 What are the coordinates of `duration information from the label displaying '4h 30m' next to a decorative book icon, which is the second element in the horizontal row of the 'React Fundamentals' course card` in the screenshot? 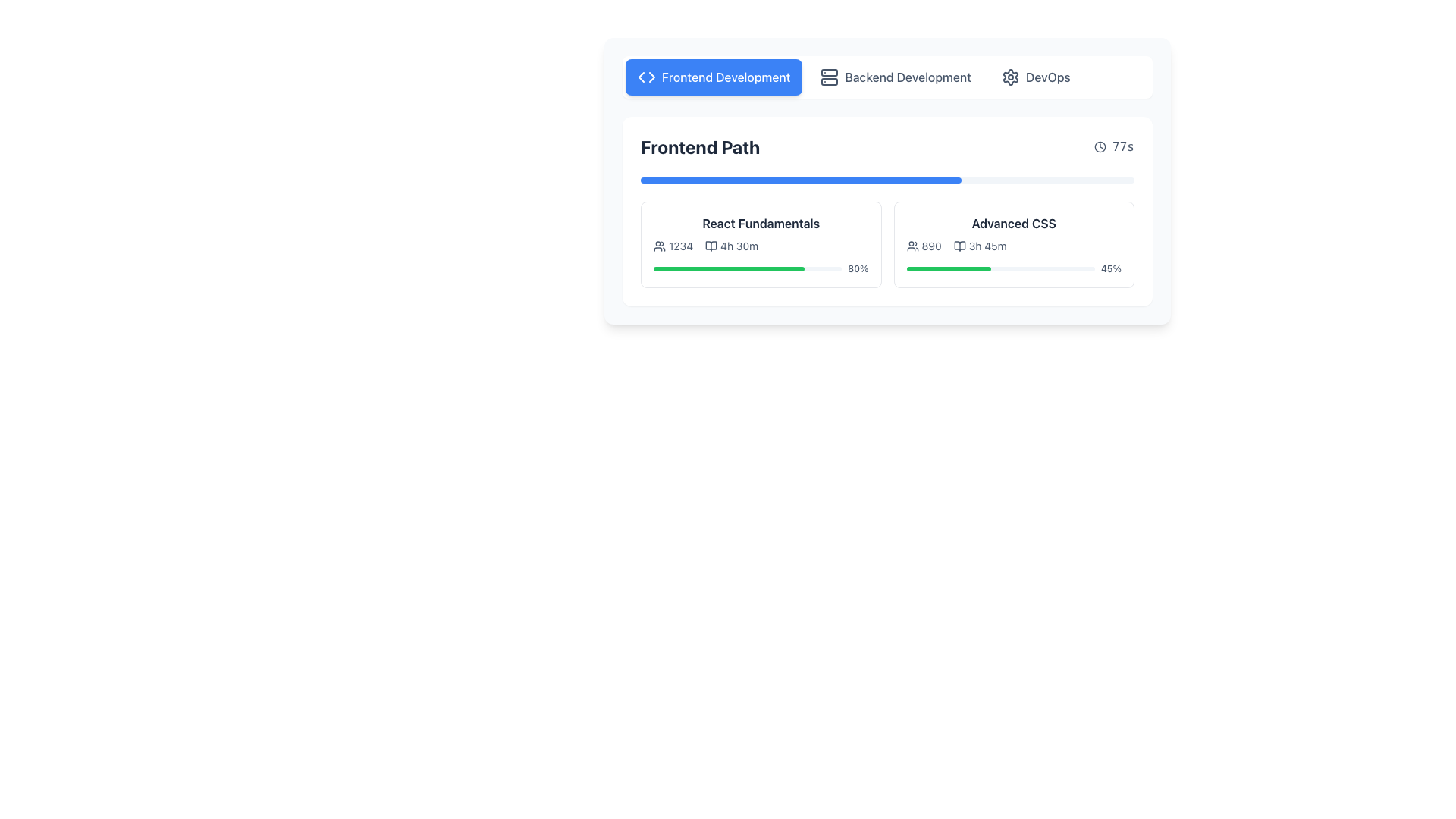 It's located at (732, 245).